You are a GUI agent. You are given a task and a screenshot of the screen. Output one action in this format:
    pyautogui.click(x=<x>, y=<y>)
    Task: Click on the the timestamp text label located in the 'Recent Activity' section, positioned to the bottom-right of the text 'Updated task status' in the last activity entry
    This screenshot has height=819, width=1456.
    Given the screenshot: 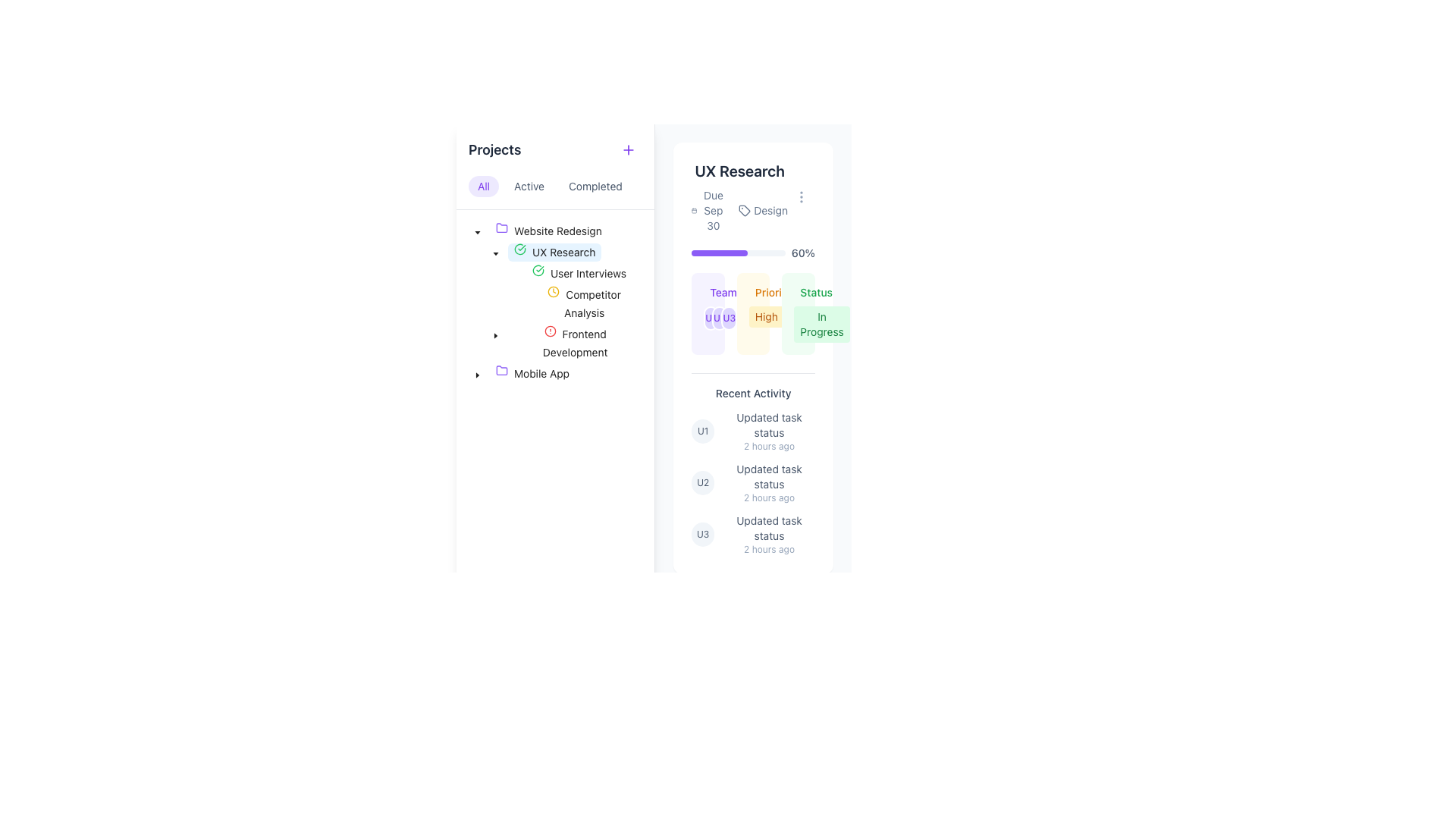 What is the action you would take?
    pyautogui.click(x=769, y=550)
    